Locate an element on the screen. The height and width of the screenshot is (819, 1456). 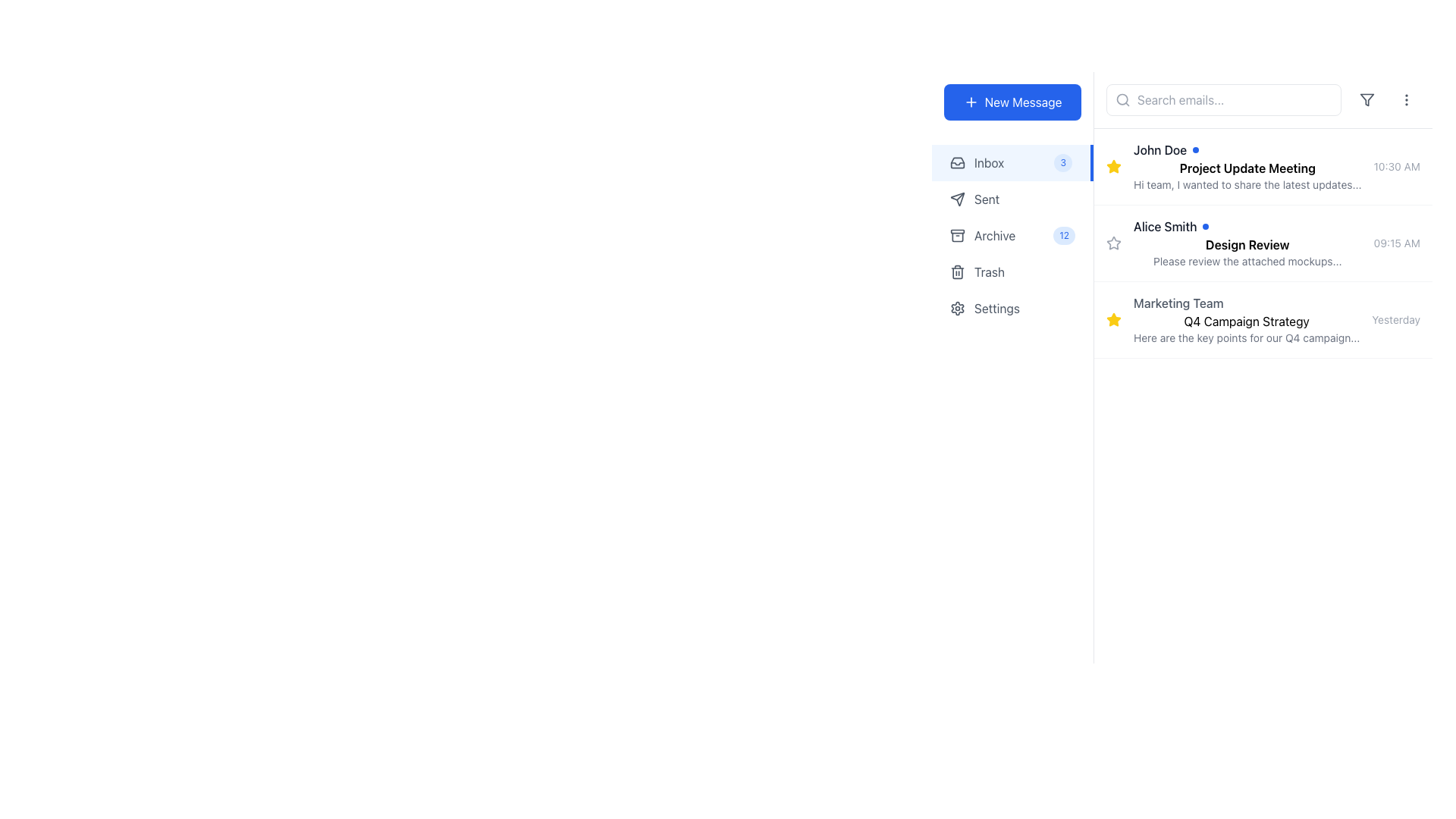
the sender's name label in the email list, which is located below 'John Doe' and above 'Marketing Team', in the center-right section of the interface is located at coordinates (1164, 227).